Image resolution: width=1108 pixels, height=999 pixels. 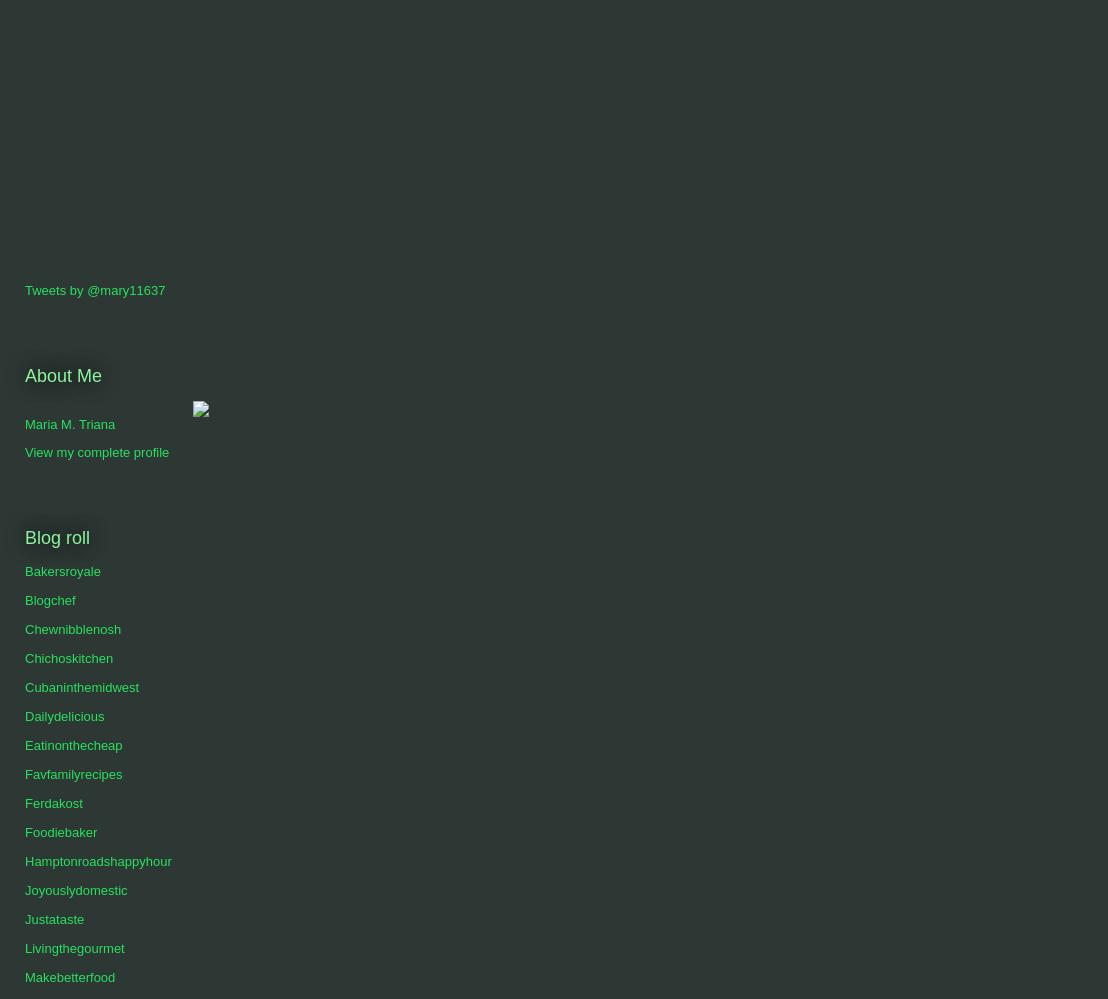 What do you see at coordinates (52, 803) in the screenshot?
I see `'Ferdakost'` at bounding box center [52, 803].